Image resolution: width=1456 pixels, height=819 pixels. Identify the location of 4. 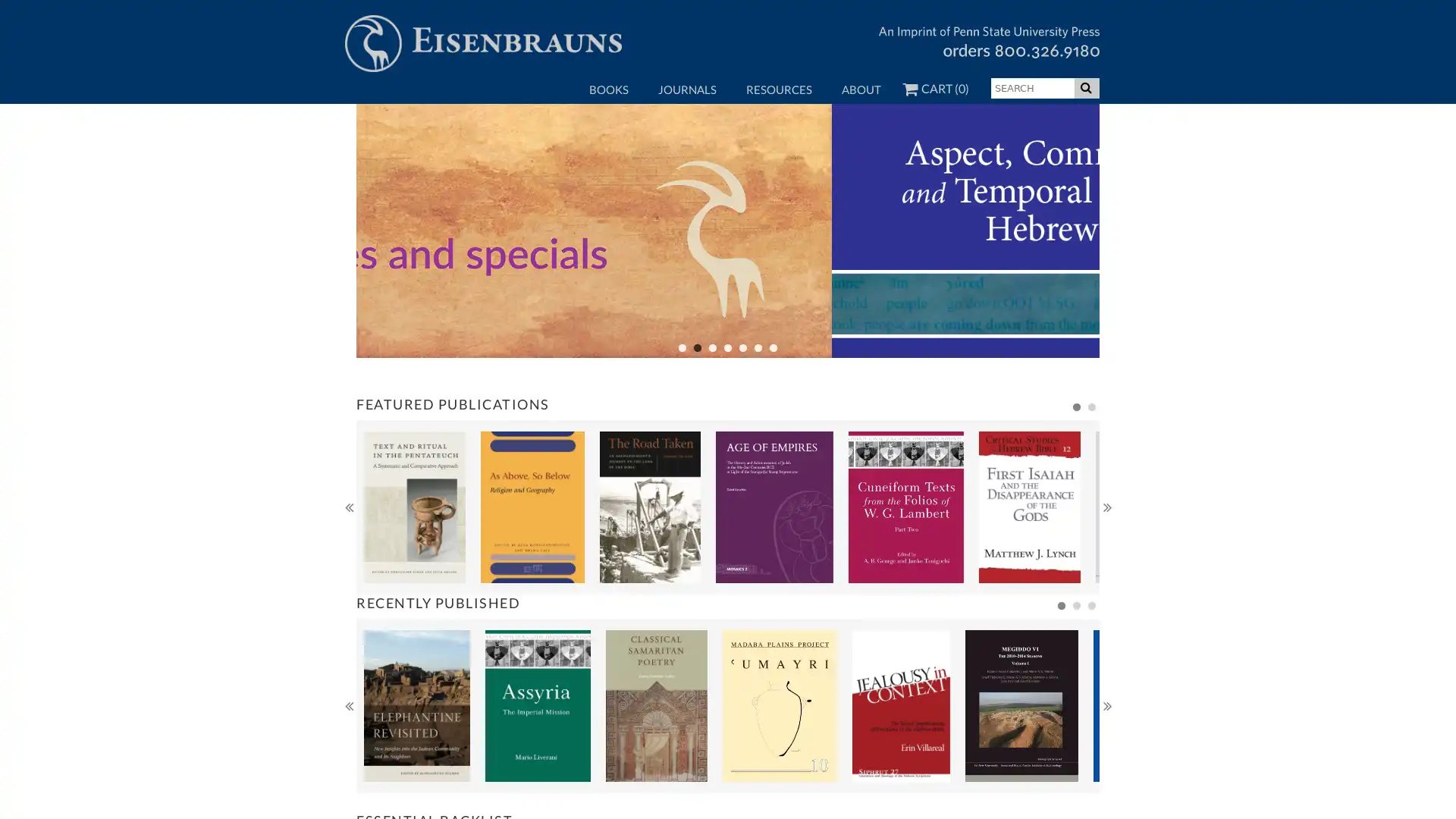
(728, 405).